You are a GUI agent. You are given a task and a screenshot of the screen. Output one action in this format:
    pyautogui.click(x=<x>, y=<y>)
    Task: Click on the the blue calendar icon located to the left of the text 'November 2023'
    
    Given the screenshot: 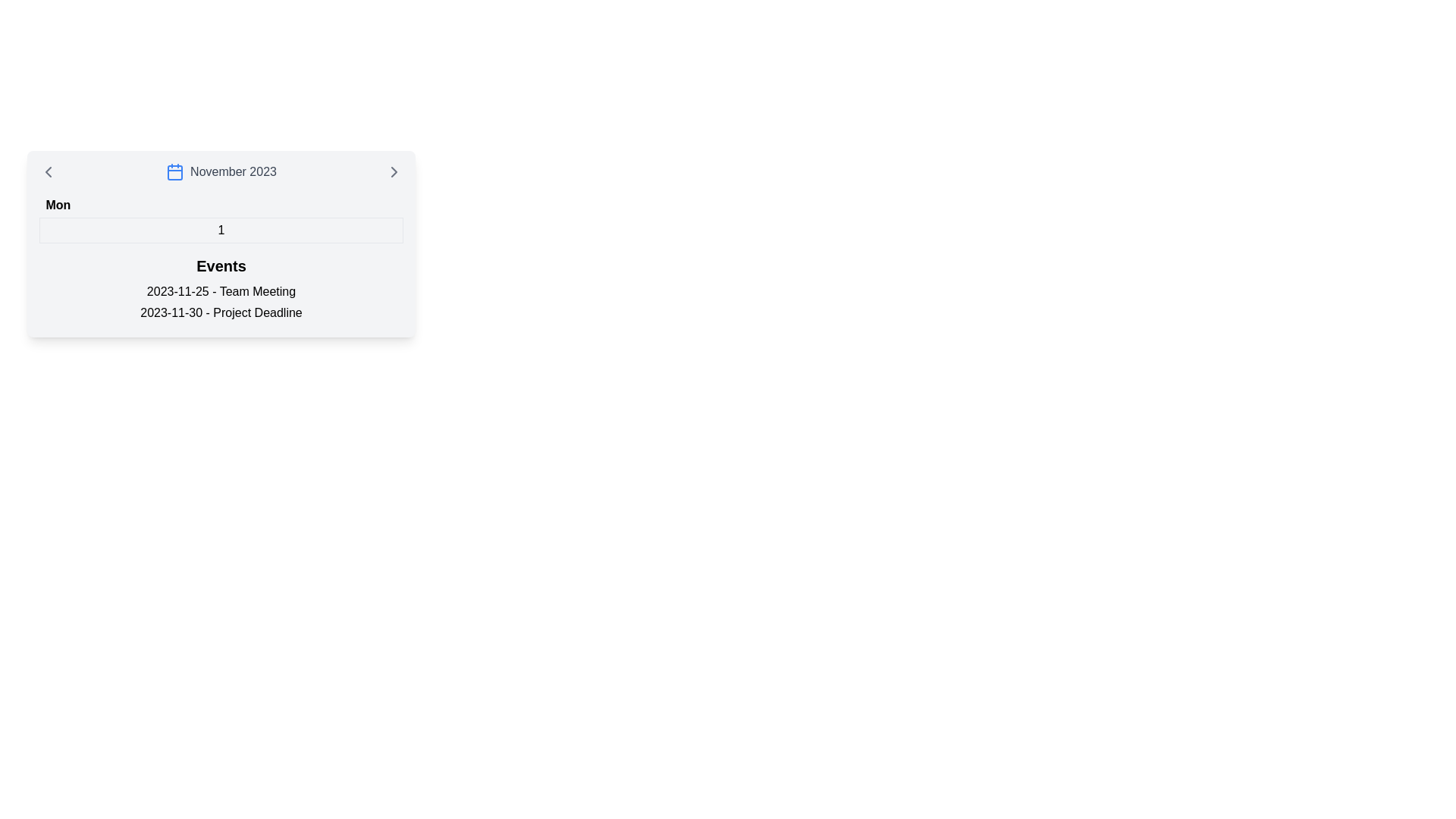 What is the action you would take?
    pyautogui.click(x=175, y=171)
    